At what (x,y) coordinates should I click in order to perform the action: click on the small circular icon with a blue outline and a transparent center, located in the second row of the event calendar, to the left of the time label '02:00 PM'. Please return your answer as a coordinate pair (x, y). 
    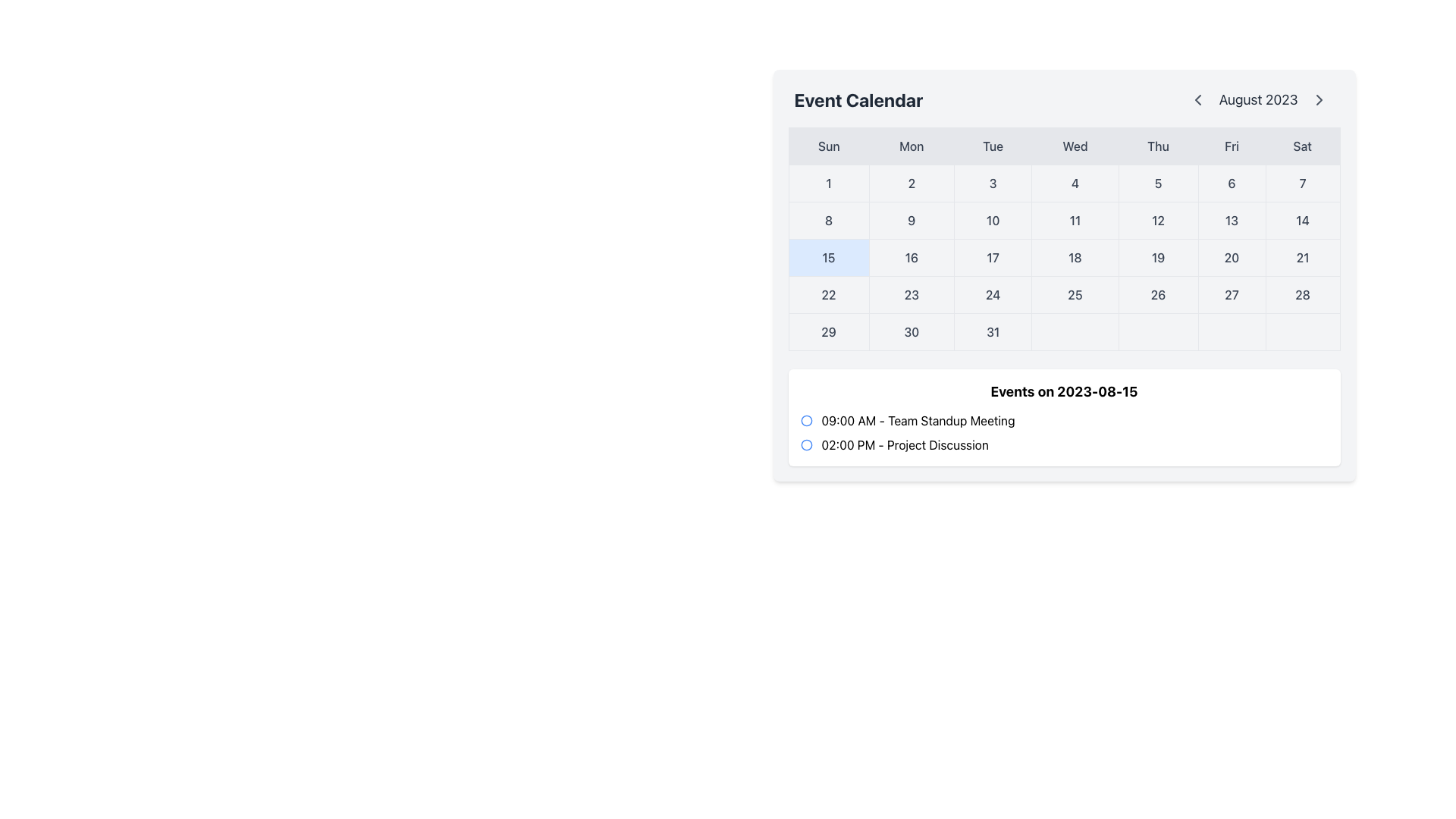
    Looking at the image, I should click on (805, 444).